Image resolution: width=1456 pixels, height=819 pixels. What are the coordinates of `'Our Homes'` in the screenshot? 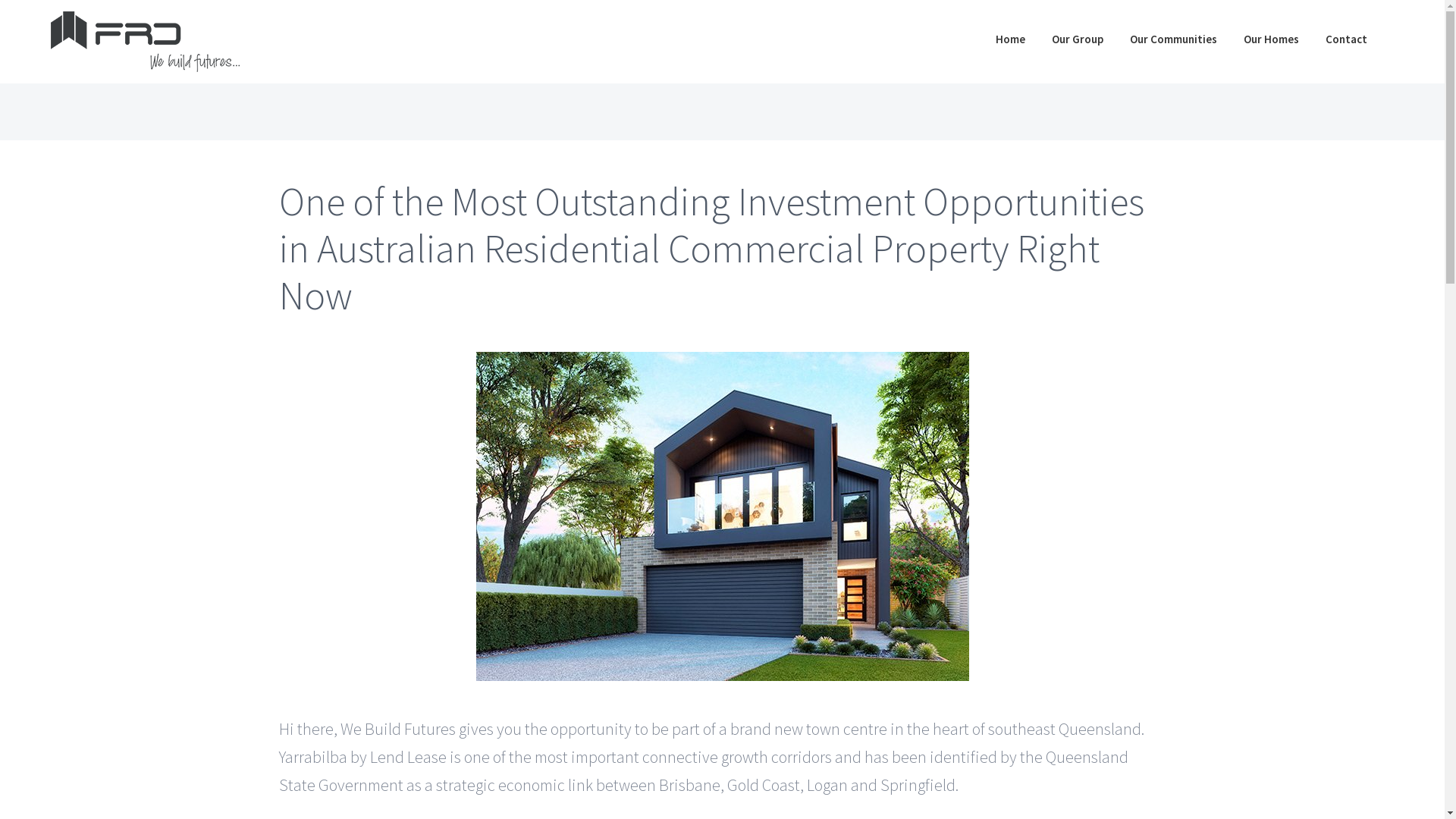 It's located at (1271, 37).